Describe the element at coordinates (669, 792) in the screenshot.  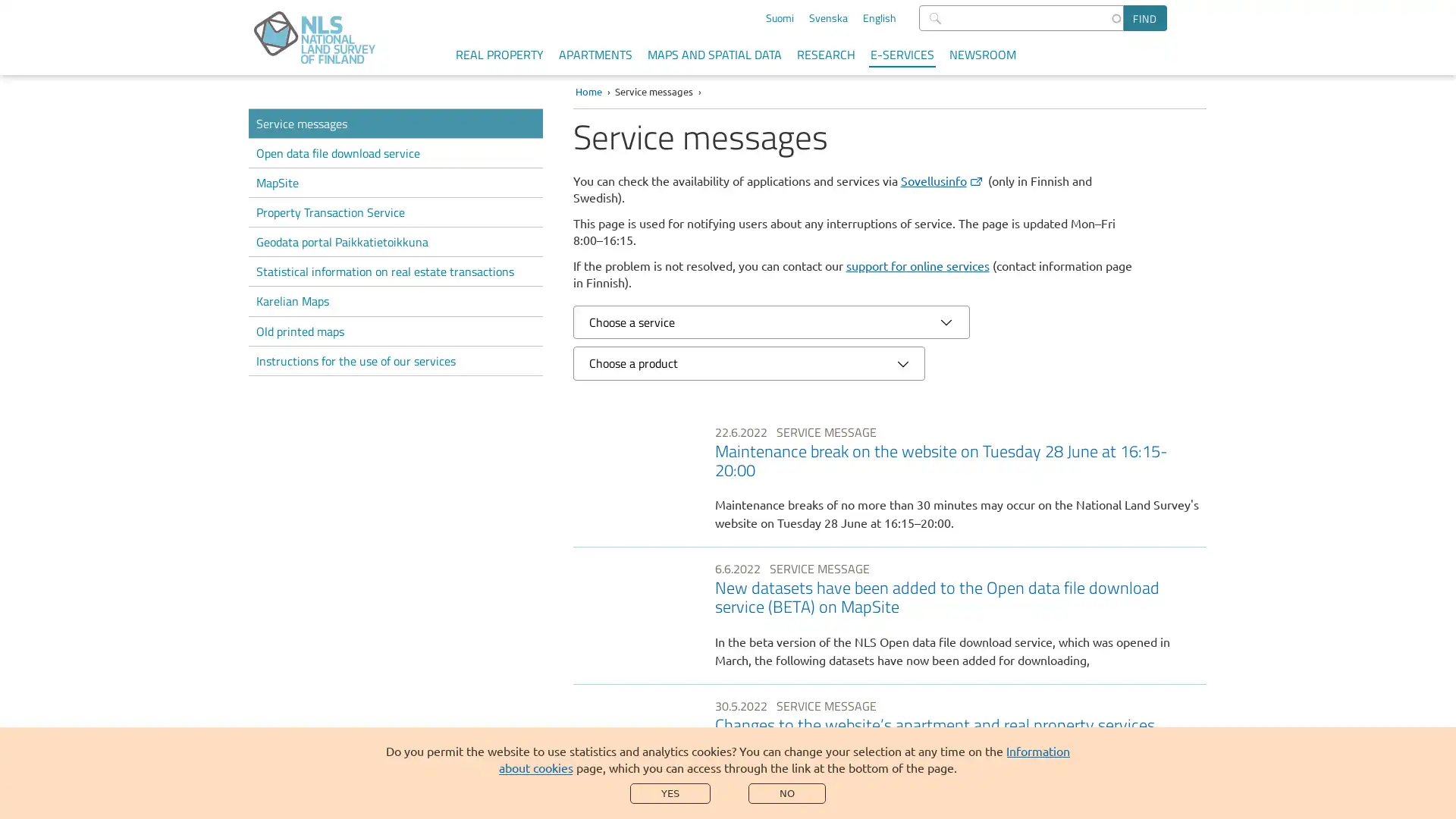
I see `YES` at that location.